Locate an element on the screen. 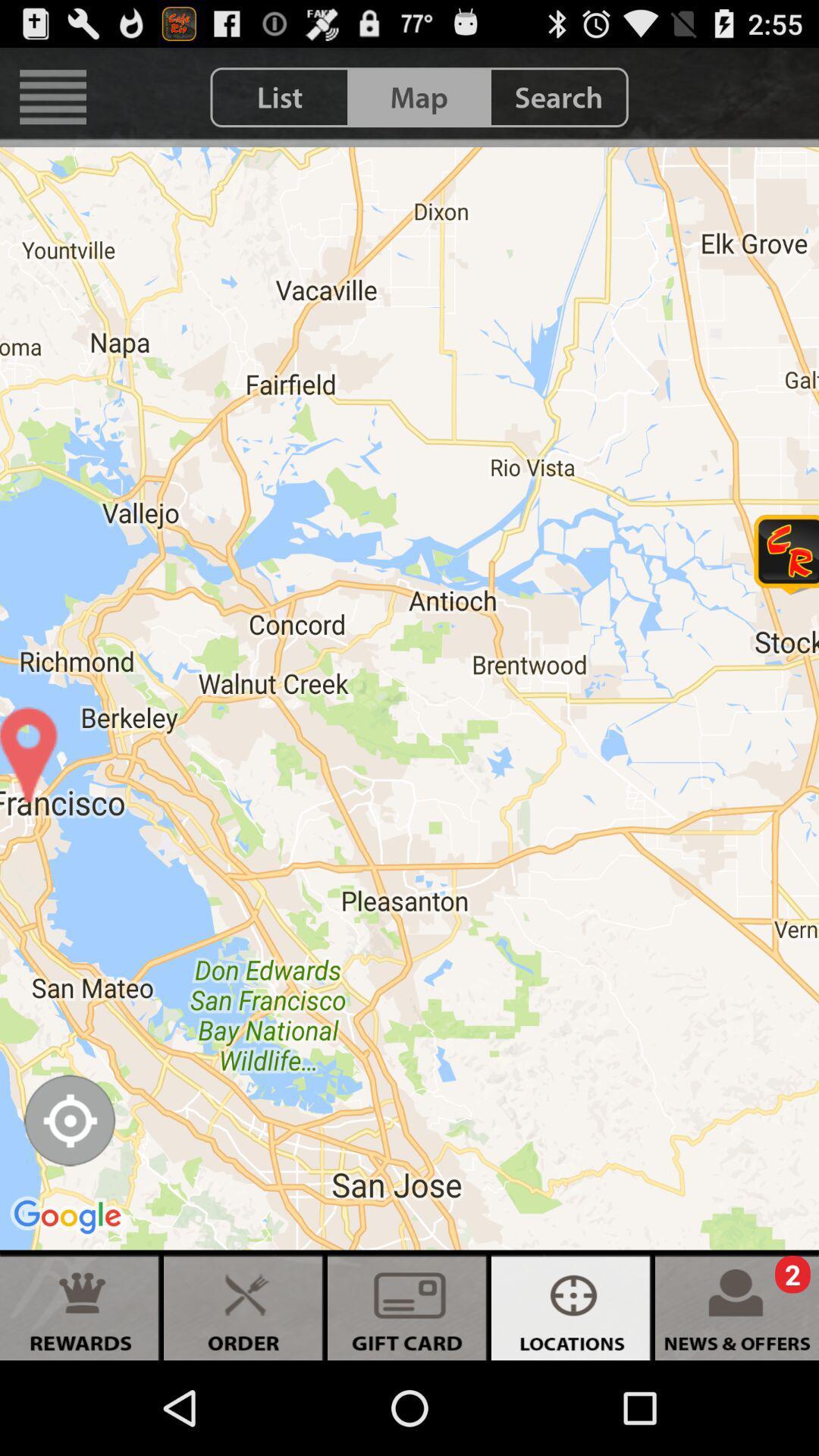 Image resolution: width=819 pixels, height=1456 pixels. location is located at coordinates (69, 1120).